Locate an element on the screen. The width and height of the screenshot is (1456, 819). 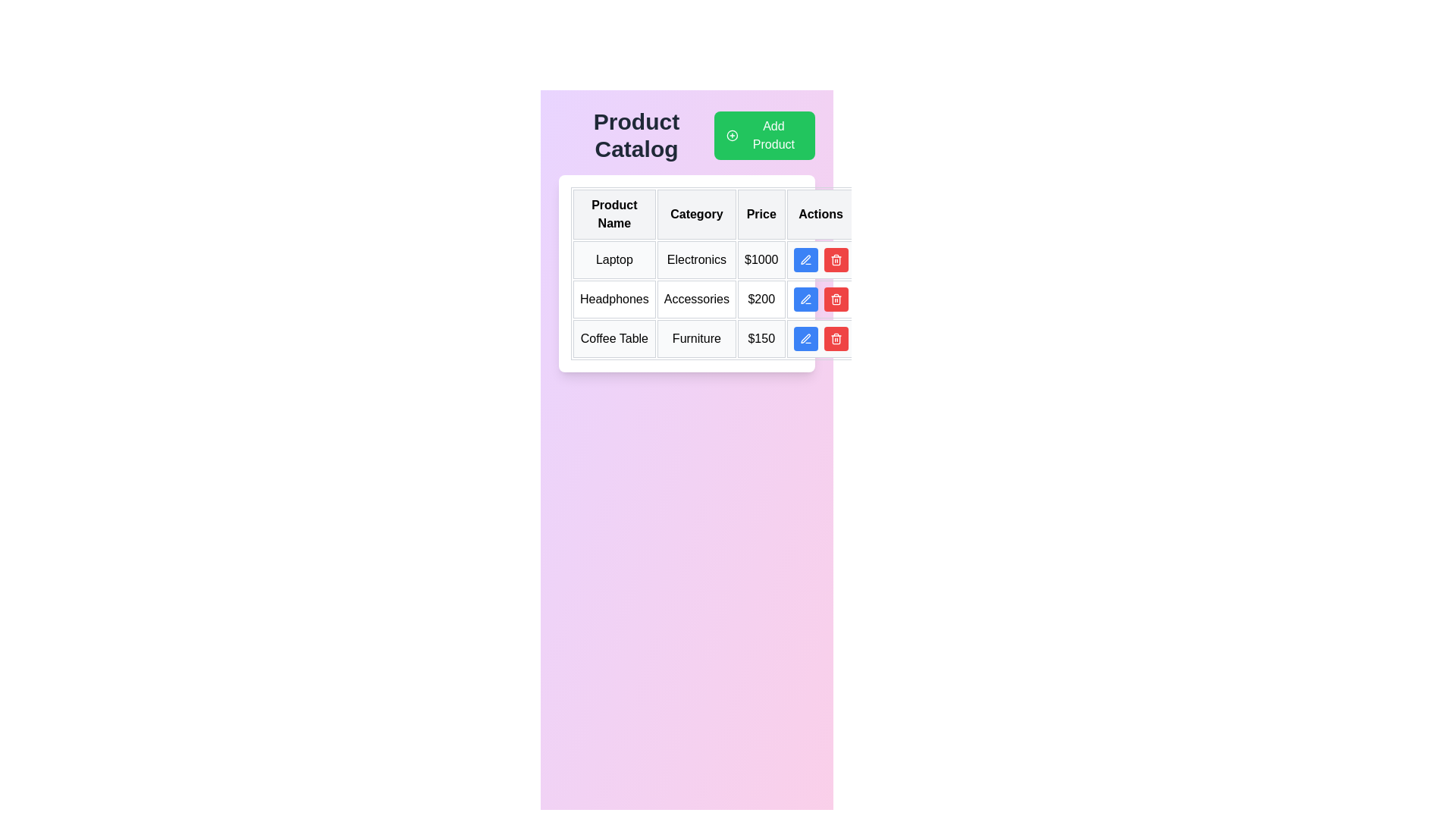
the Text Display element that shows the category 'Accessories', located in the second row and second column of the table is located at coordinates (695, 299).